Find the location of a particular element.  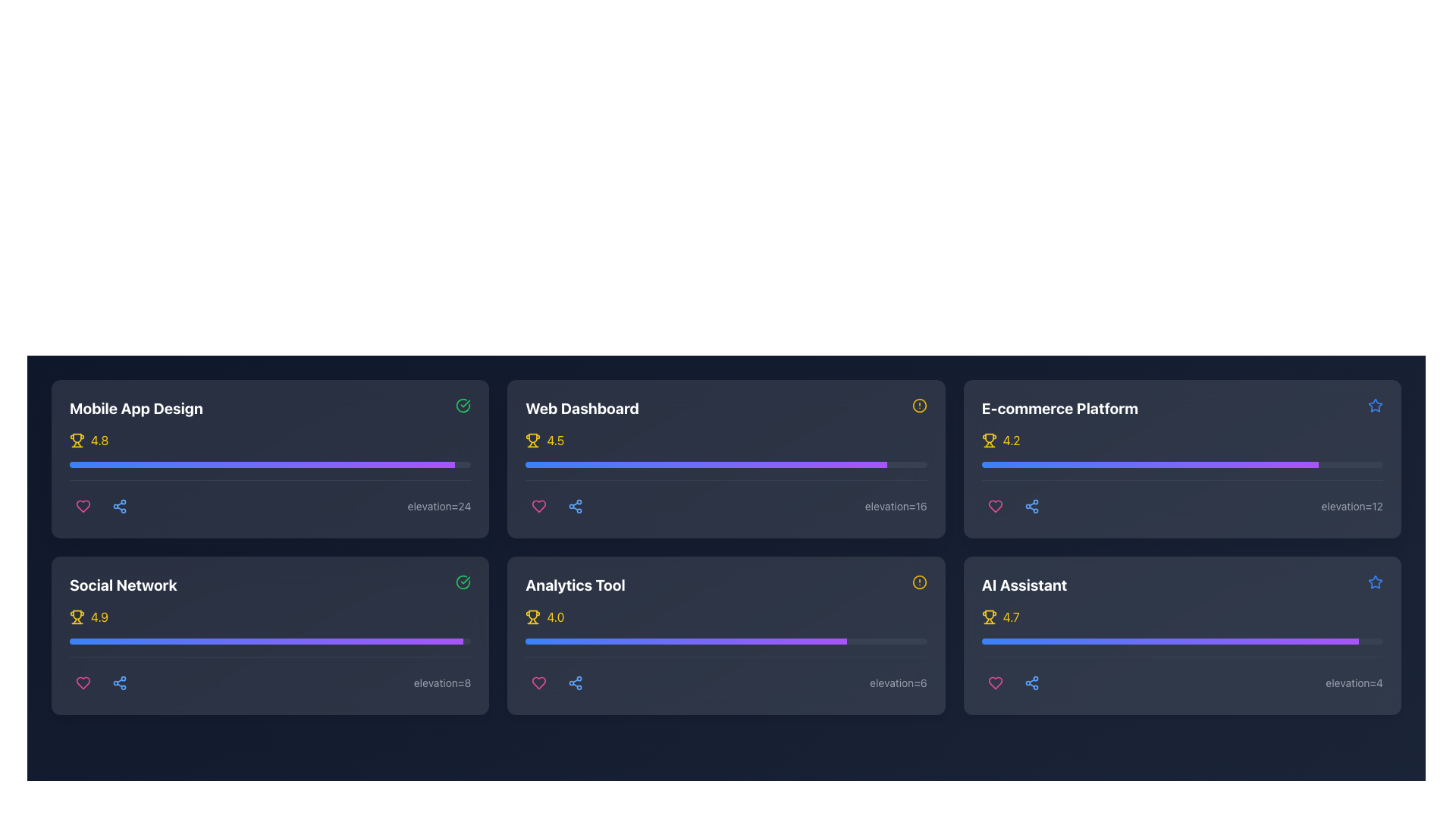

the yellow circular border of the alert icon located in the top-right corner of the 'Web Dashboard' card is located at coordinates (918, 405).